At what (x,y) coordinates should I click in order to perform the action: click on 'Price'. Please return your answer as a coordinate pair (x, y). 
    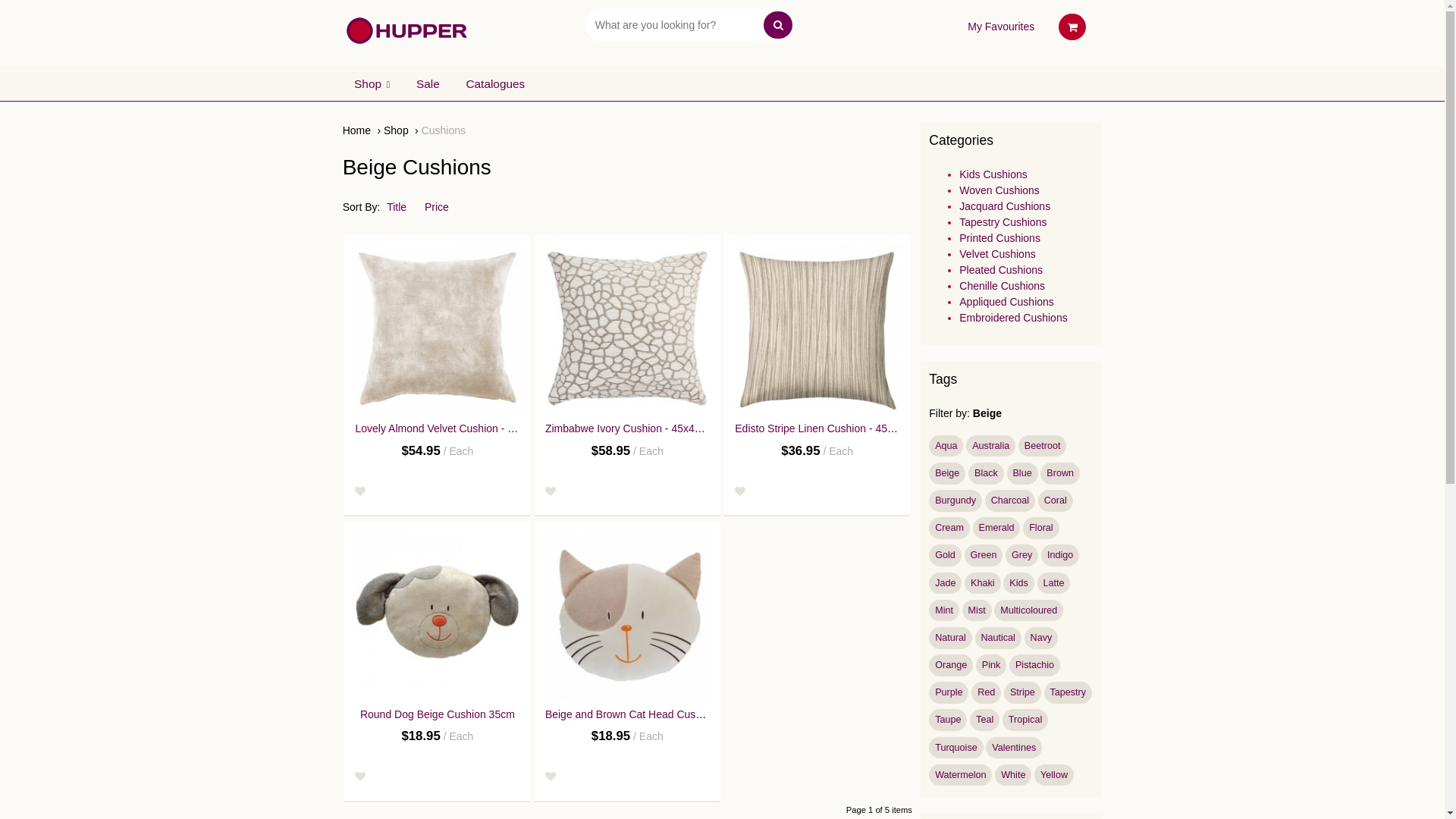
    Looking at the image, I should click on (443, 207).